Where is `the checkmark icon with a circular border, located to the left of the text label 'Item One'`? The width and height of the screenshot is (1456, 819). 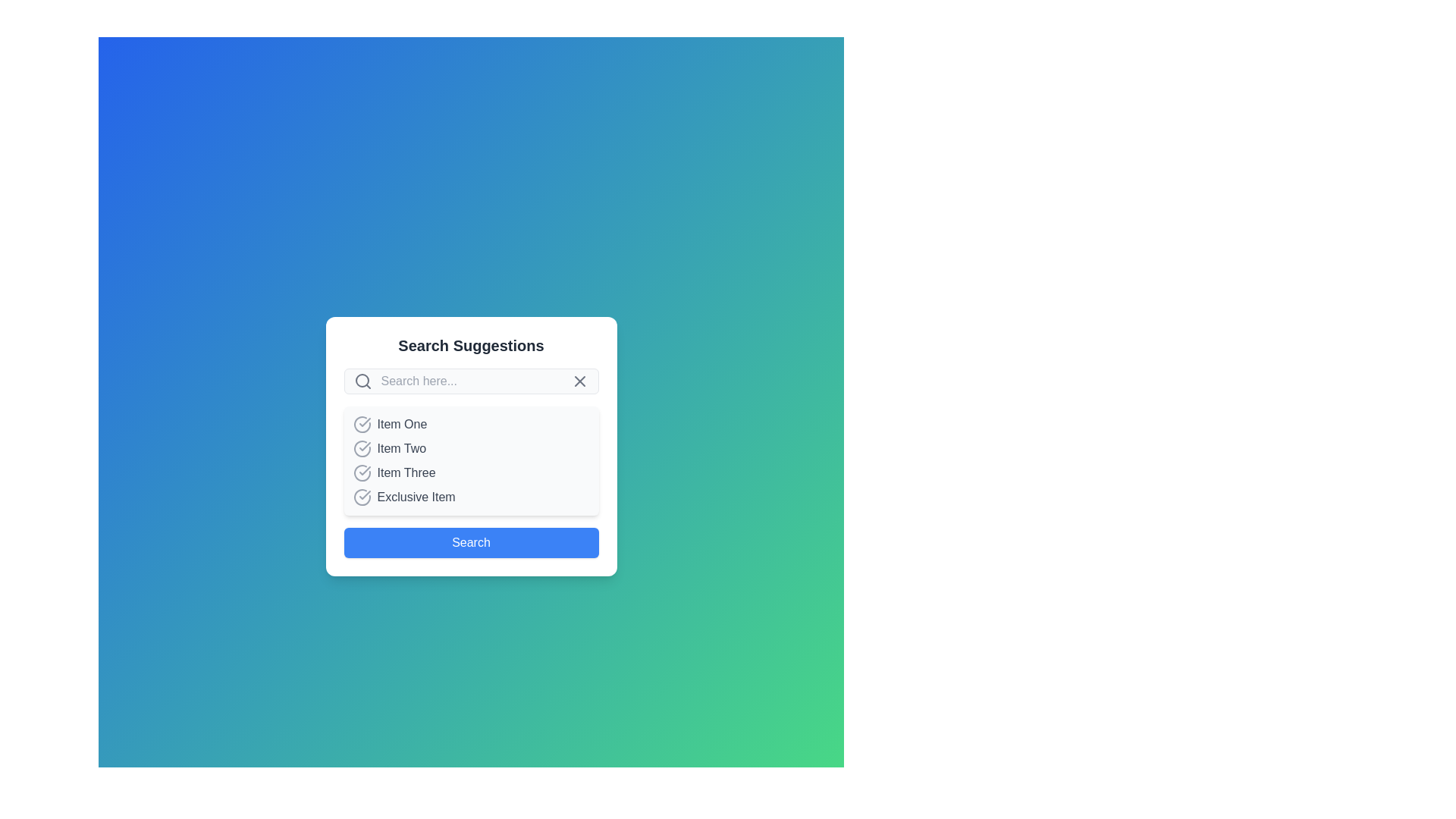
the checkmark icon with a circular border, located to the left of the text label 'Item One' is located at coordinates (364, 422).